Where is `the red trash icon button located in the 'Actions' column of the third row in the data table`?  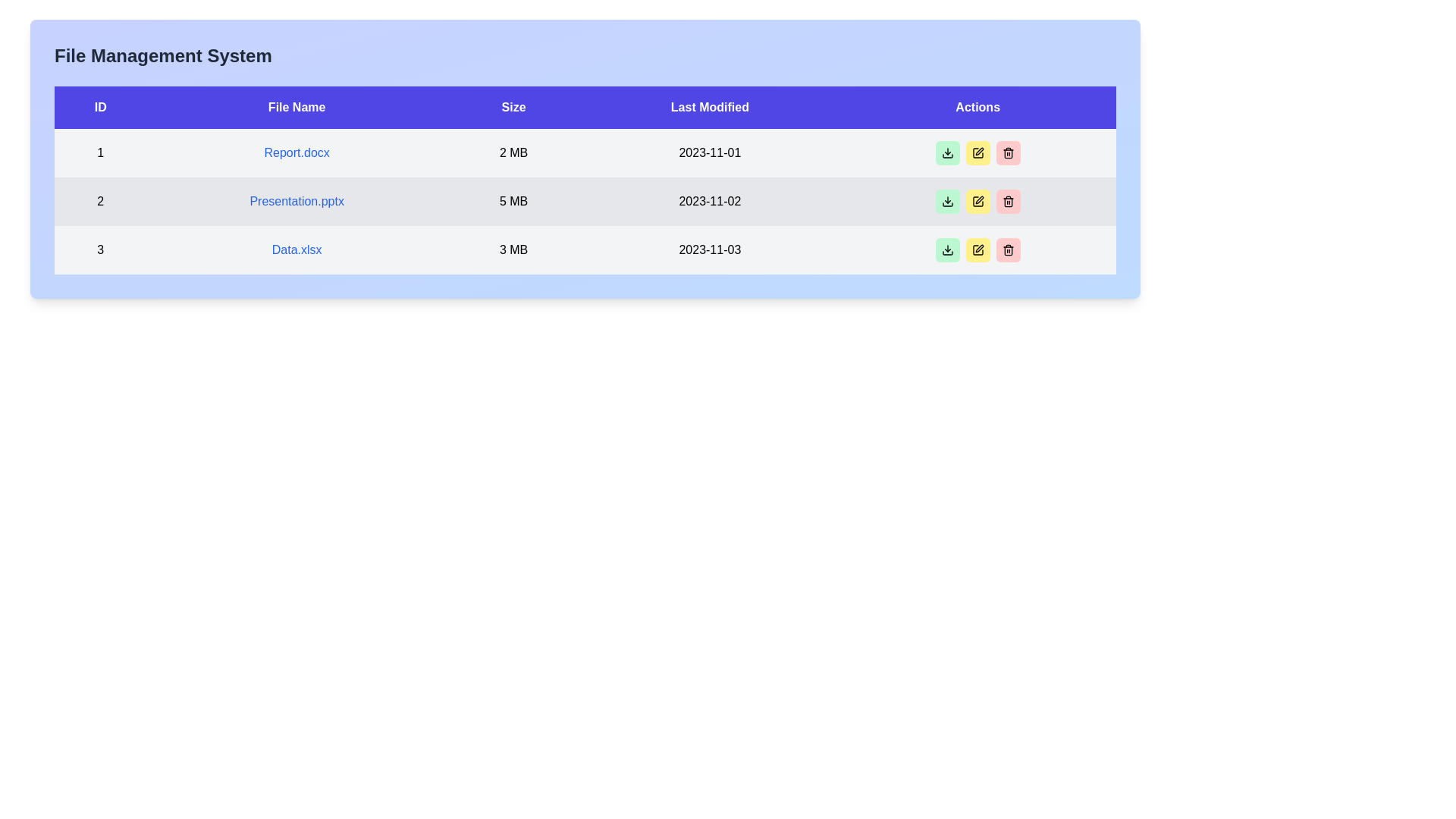
the red trash icon button located in the 'Actions' column of the third row in the data table is located at coordinates (1008, 152).